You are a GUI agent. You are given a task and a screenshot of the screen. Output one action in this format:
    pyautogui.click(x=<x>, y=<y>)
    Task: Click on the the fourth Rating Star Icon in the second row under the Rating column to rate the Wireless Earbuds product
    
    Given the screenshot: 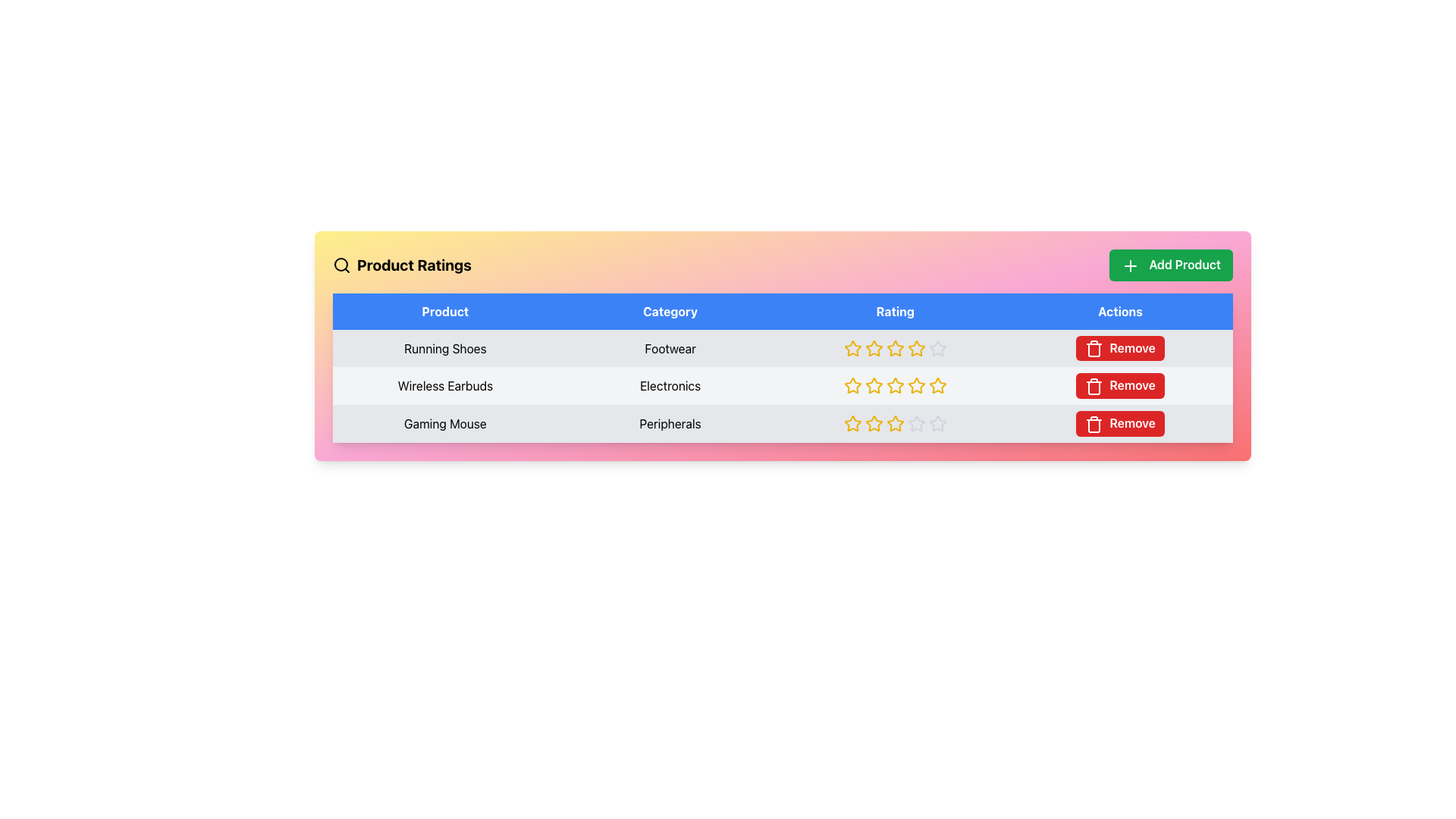 What is the action you would take?
    pyautogui.click(x=937, y=384)
    